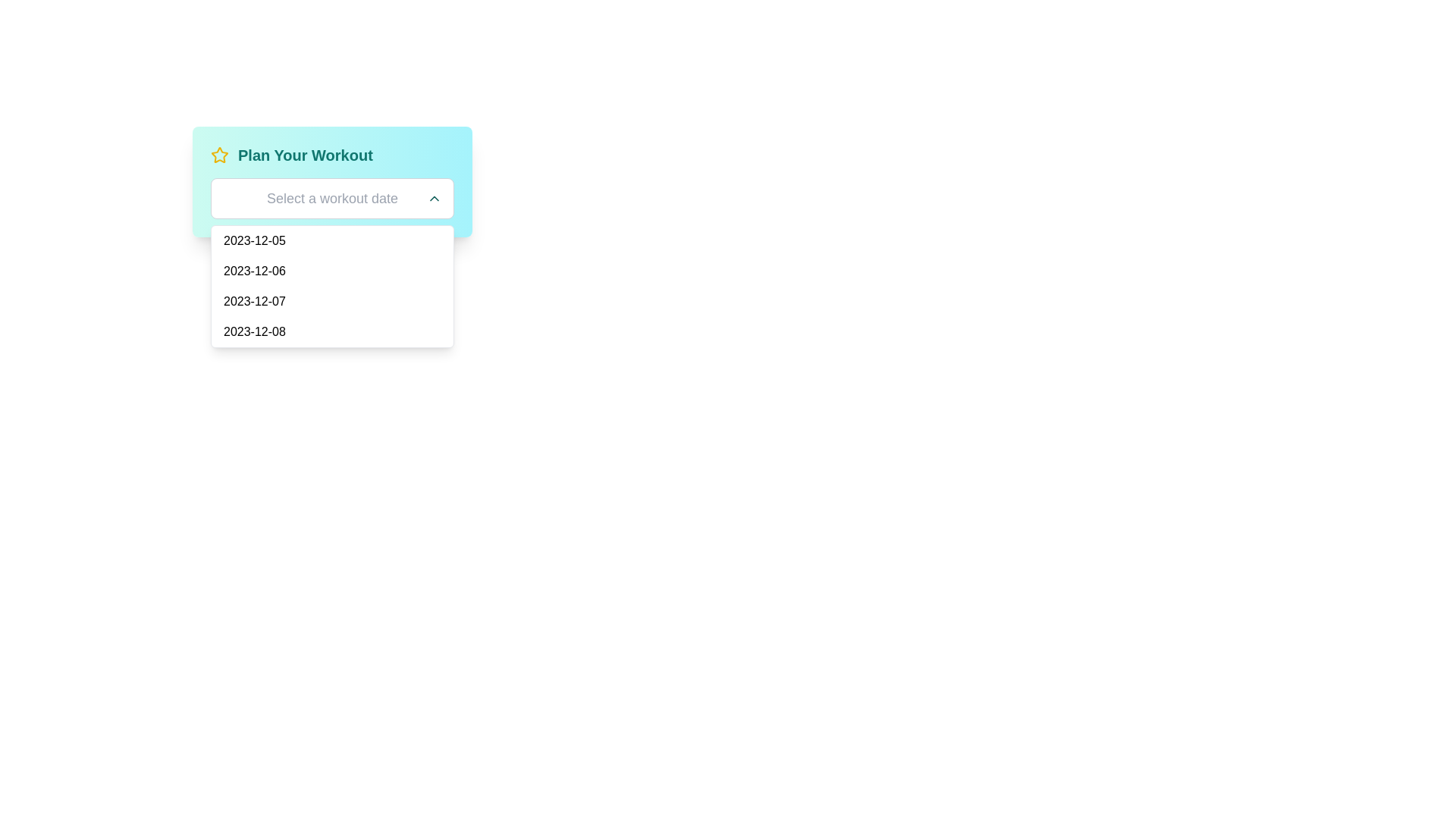 This screenshot has width=1456, height=819. What do you see at coordinates (331, 287) in the screenshot?
I see `an option in the dropdown list below the 'Select a workout date' input field` at bounding box center [331, 287].